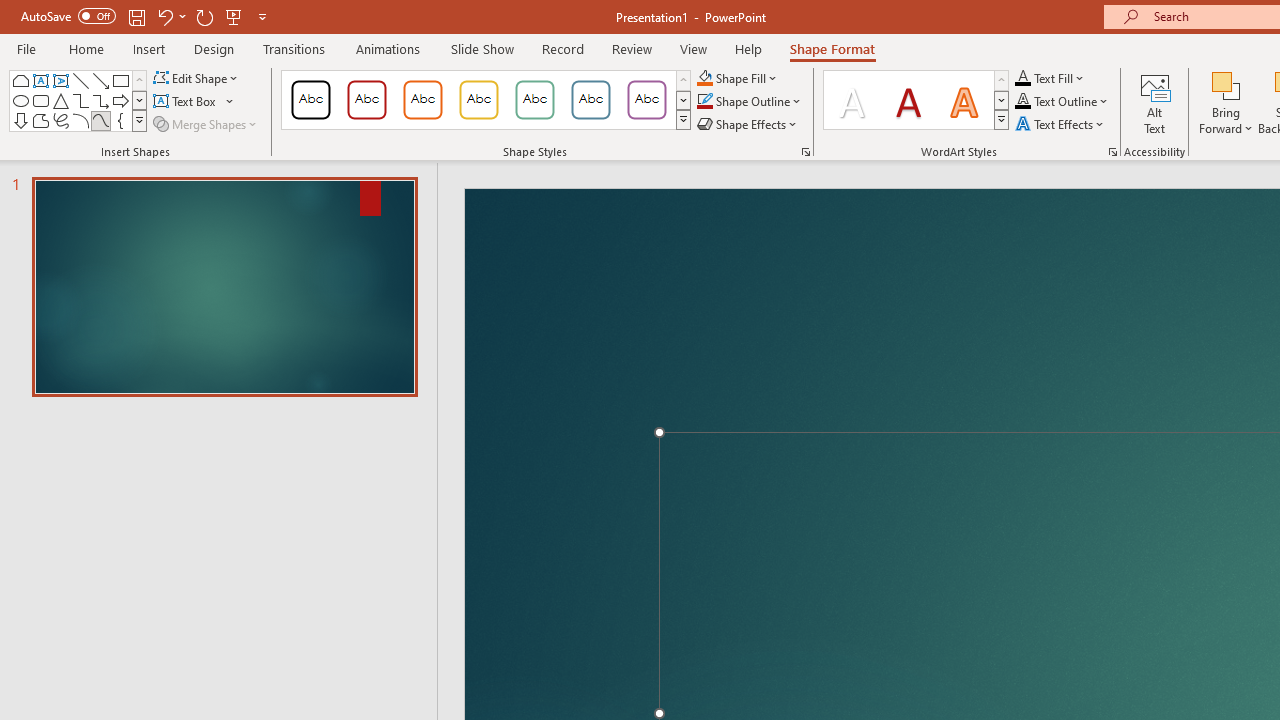  Describe the element at coordinates (630, 48) in the screenshot. I see `'Review'` at that location.